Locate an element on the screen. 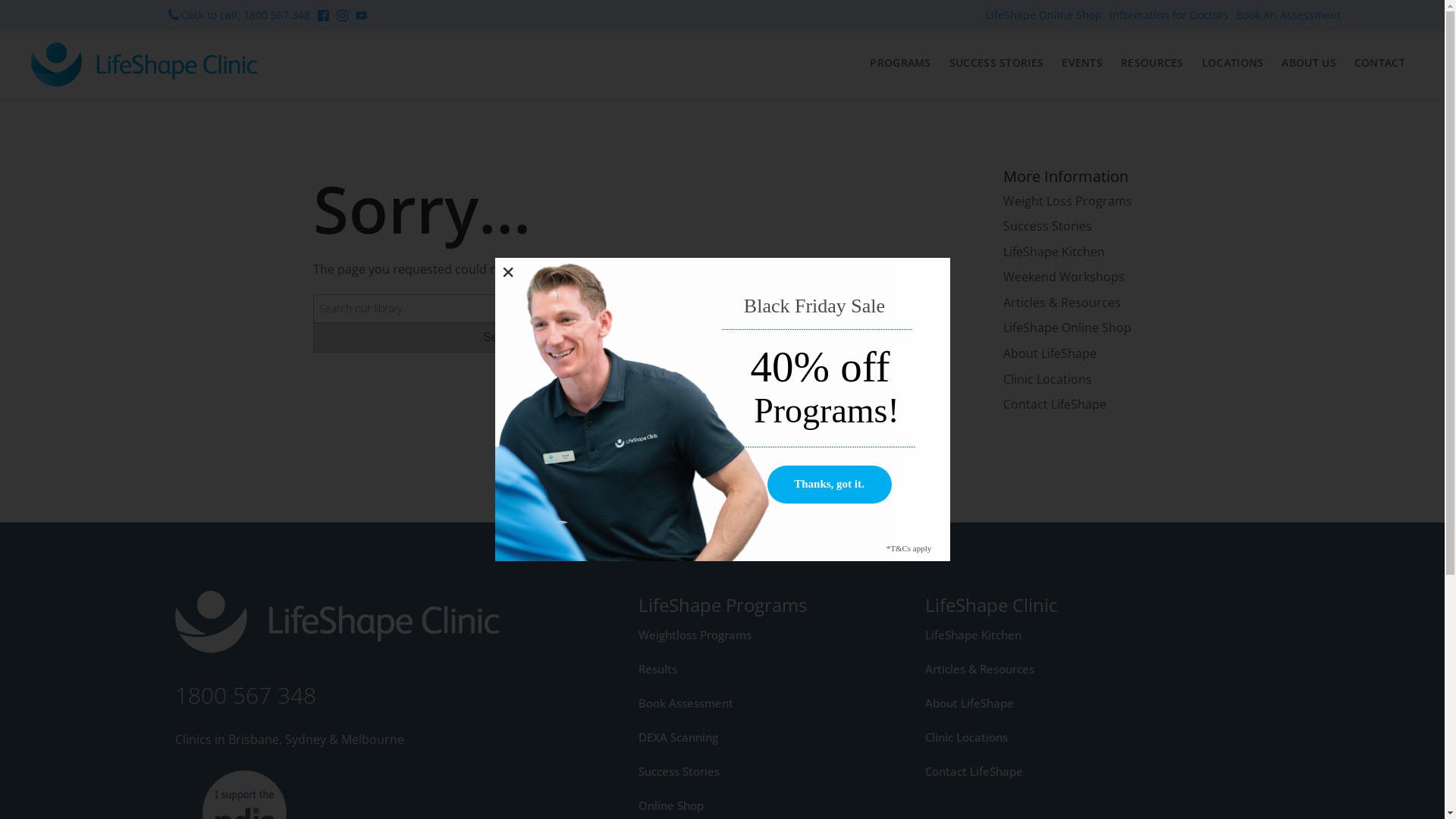 The image size is (1456, 819). 'EVENTS' is located at coordinates (1081, 62).